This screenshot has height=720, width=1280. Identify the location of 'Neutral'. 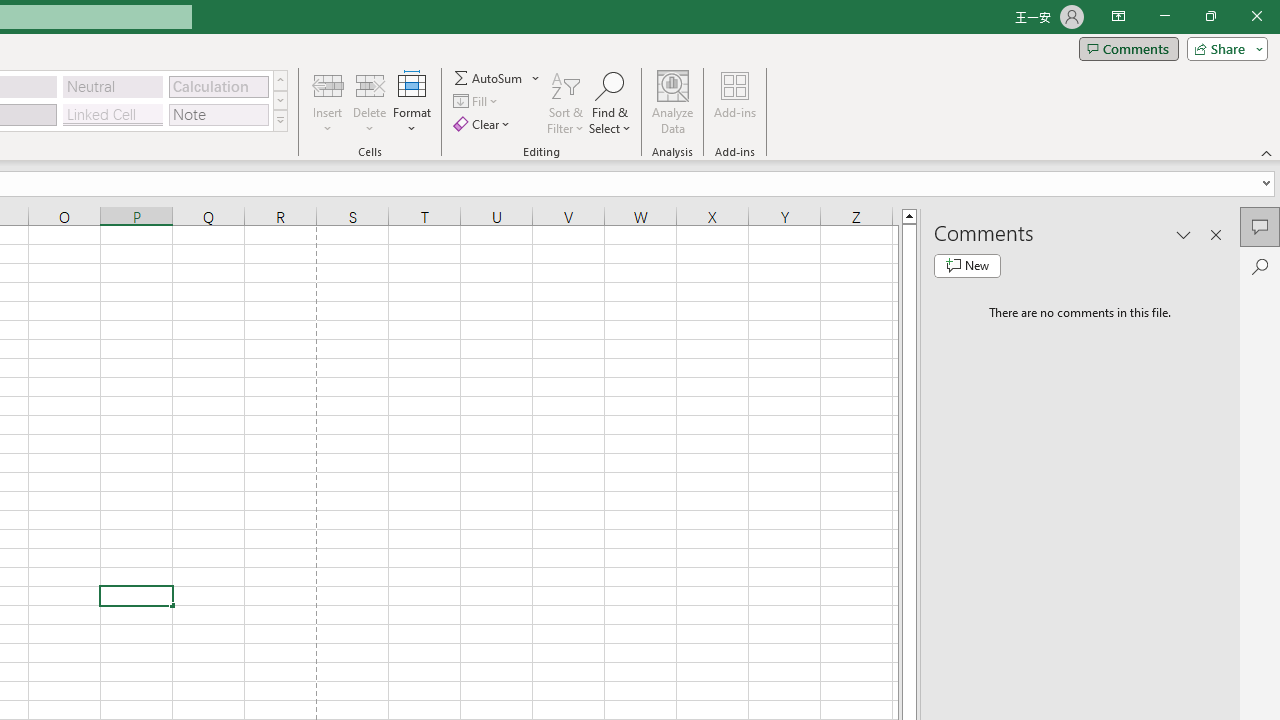
(112, 85).